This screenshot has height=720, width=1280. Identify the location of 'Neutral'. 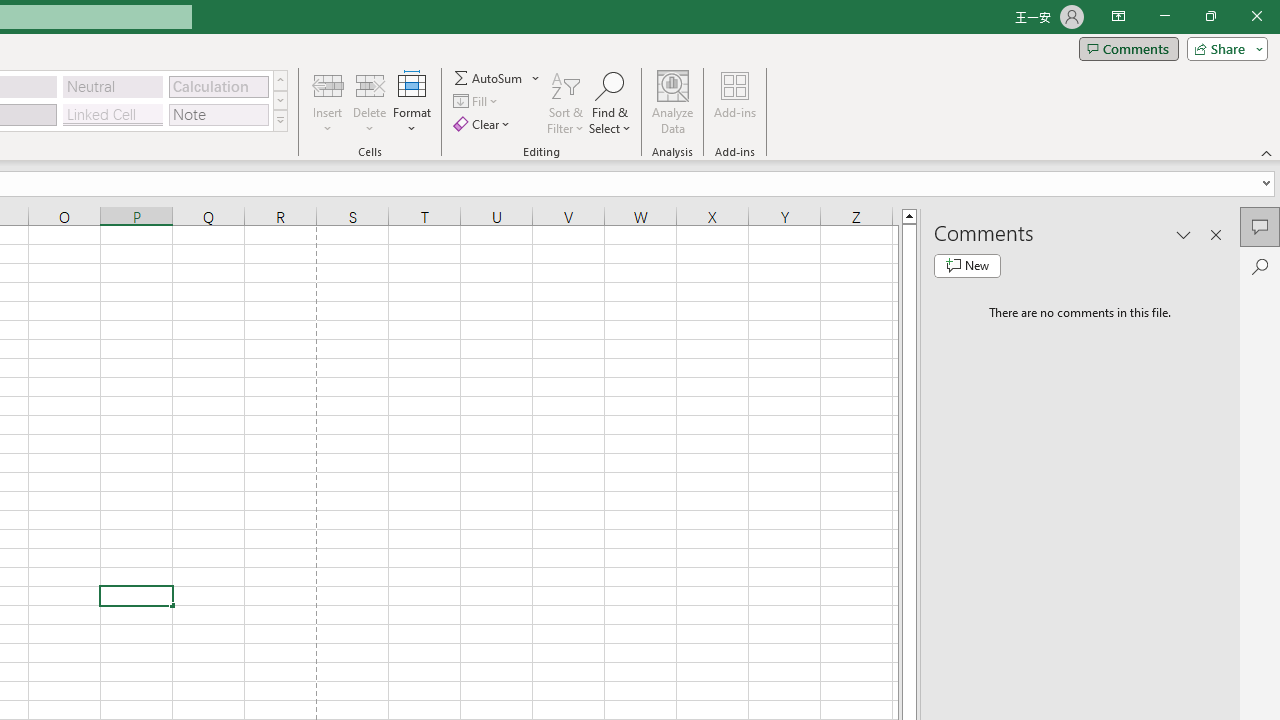
(112, 85).